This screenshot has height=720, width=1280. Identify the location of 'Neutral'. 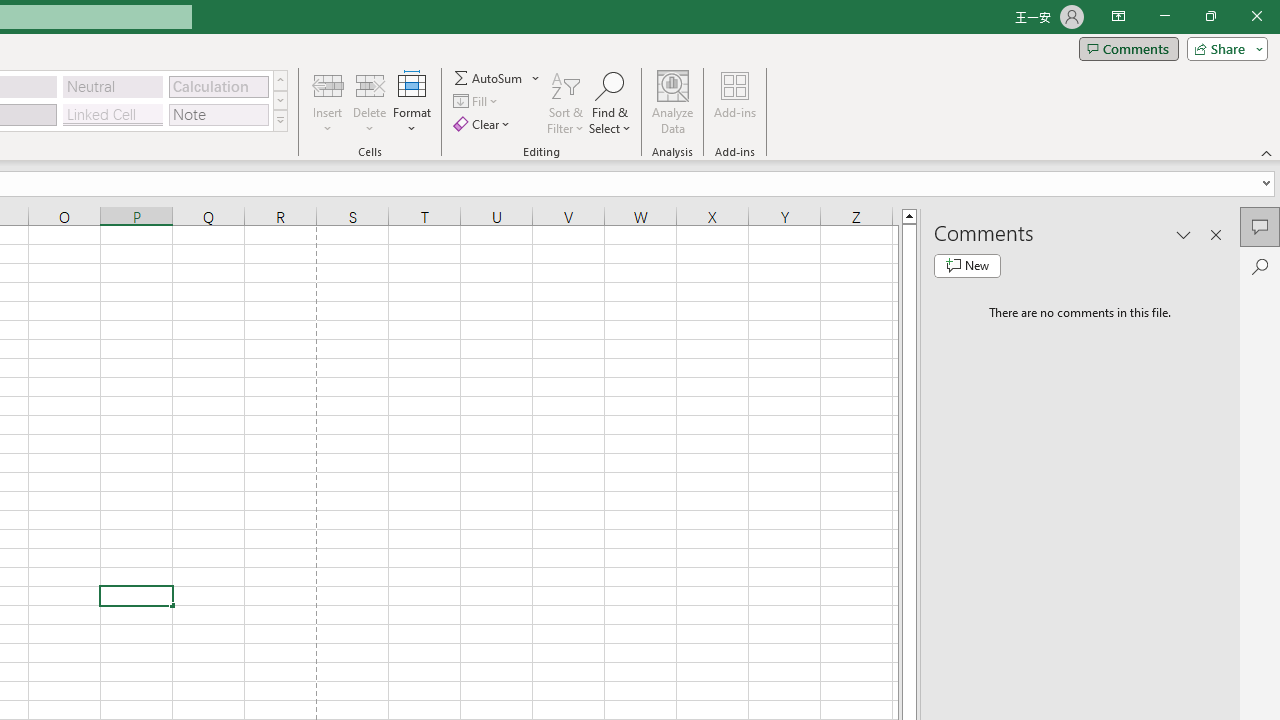
(112, 85).